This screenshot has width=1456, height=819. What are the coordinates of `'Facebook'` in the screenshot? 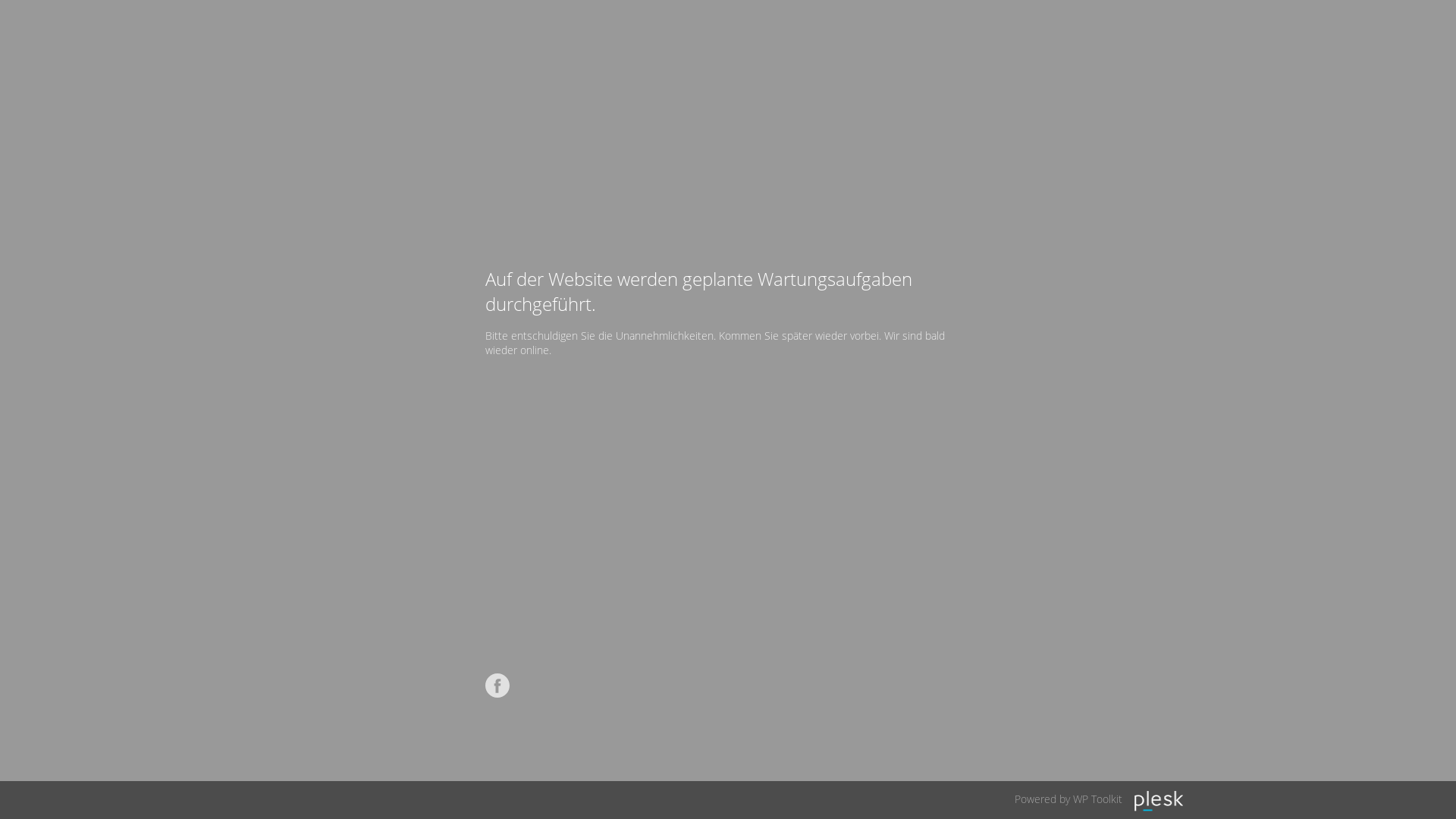 It's located at (497, 685).